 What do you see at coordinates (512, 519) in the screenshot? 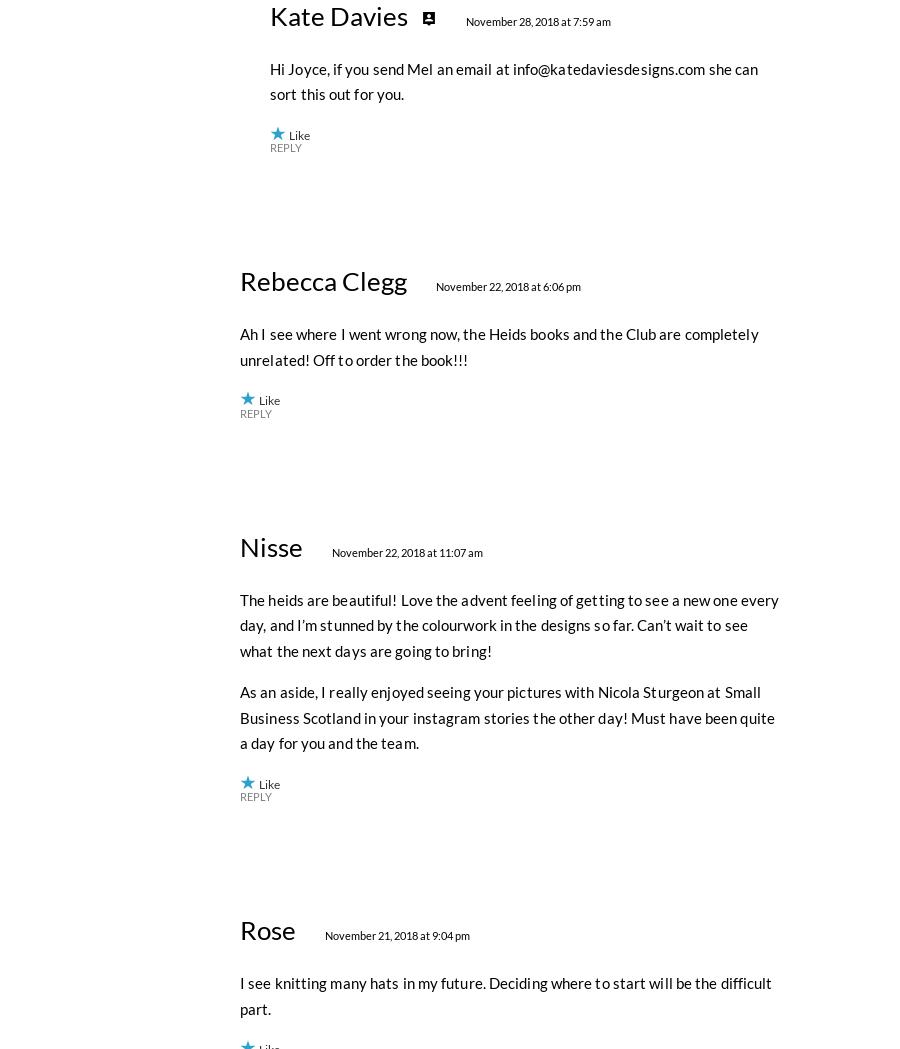
I see `'she can sort this out for you.'` at bounding box center [512, 519].